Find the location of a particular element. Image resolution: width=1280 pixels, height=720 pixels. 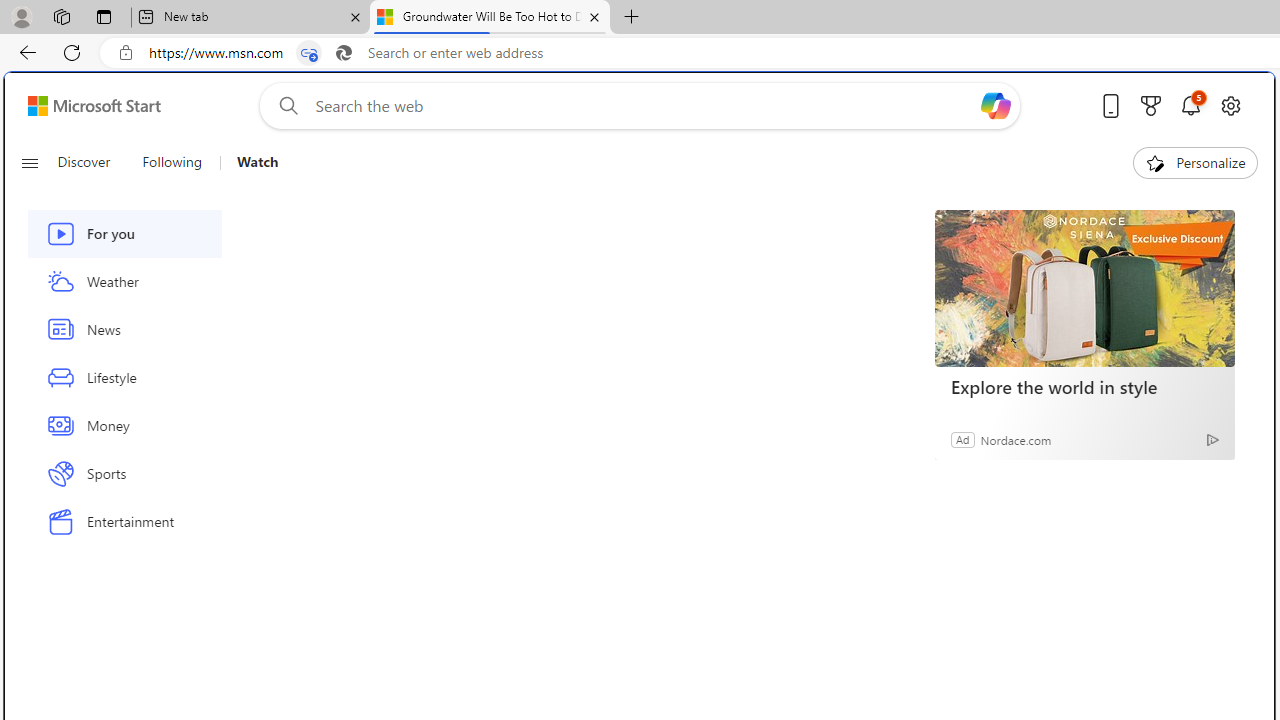

'Enter your search term' is located at coordinates (644, 106).